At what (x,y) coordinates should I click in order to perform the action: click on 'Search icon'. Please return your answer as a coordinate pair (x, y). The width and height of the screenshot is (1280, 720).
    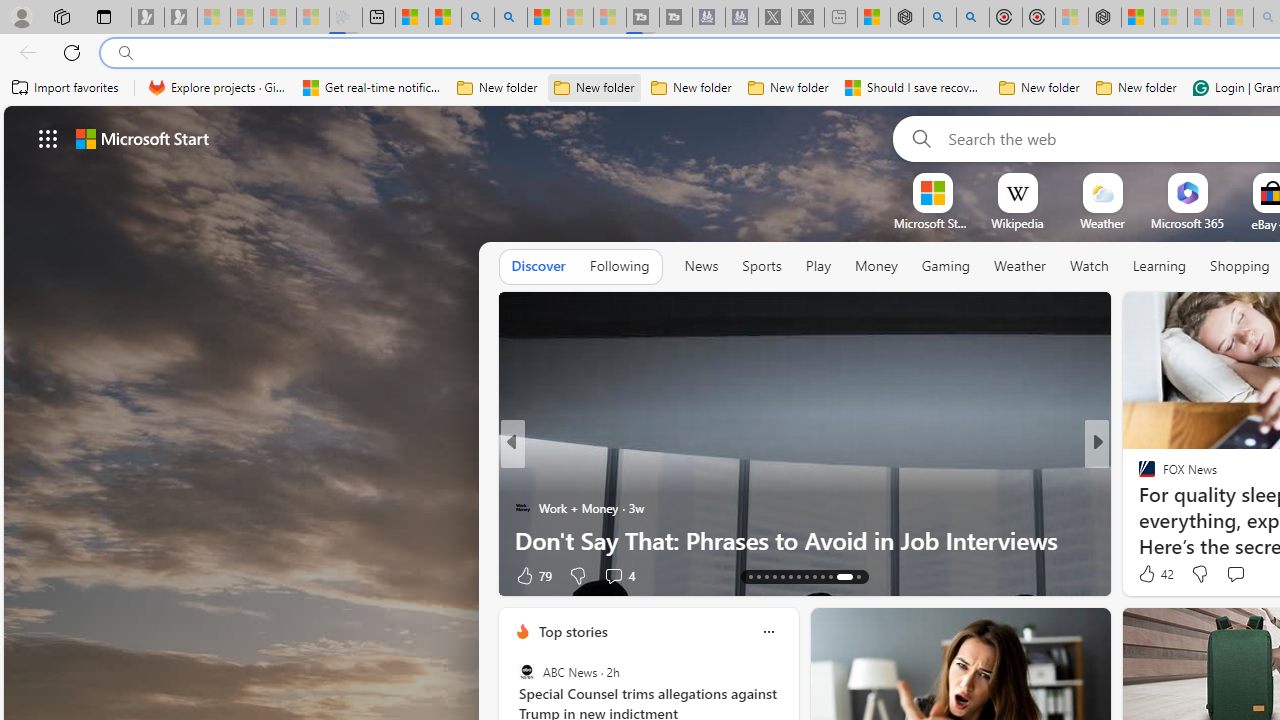
    Looking at the image, I should click on (125, 52).